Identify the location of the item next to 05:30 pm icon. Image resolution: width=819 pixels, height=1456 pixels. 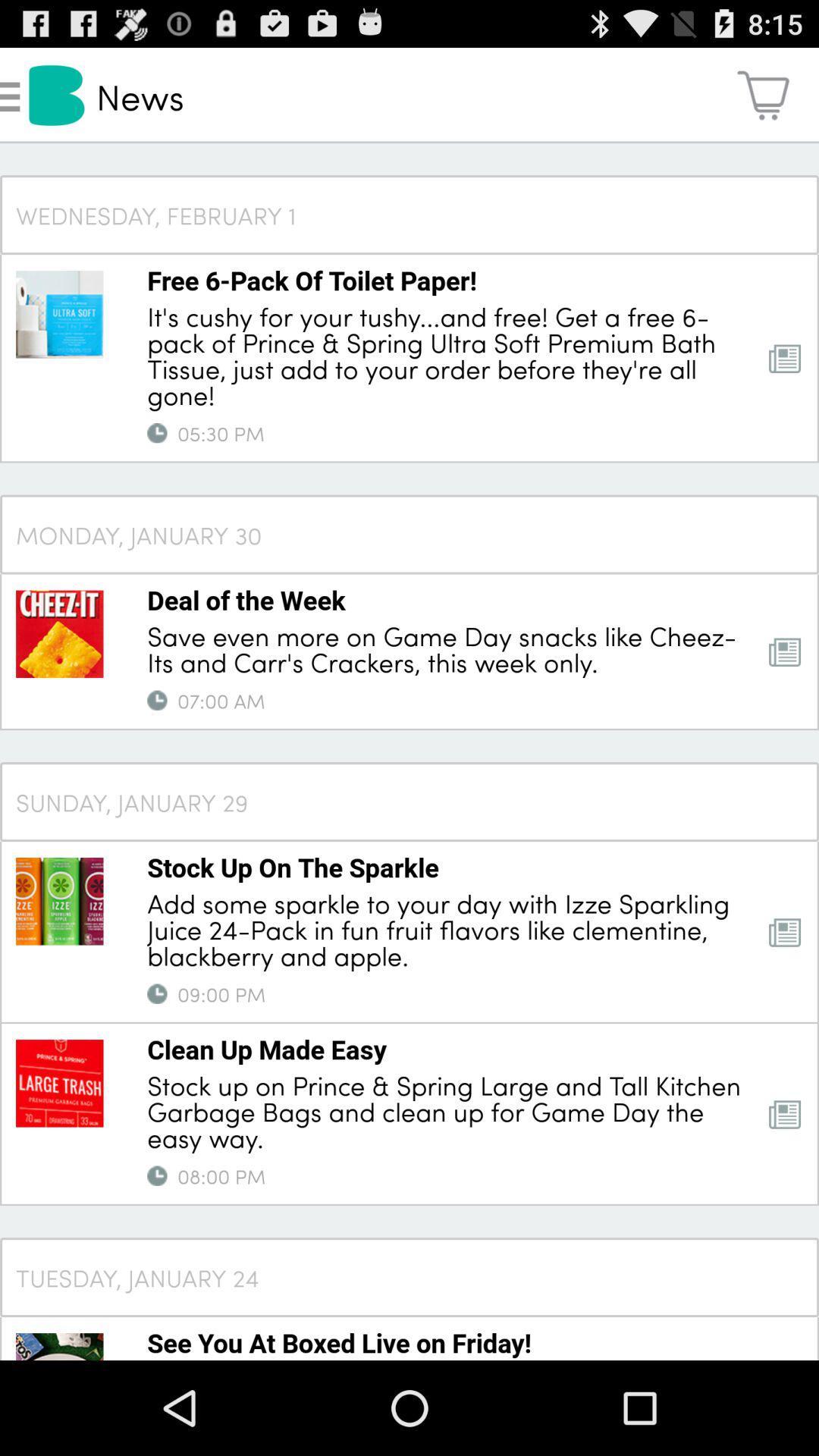
(157, 432).